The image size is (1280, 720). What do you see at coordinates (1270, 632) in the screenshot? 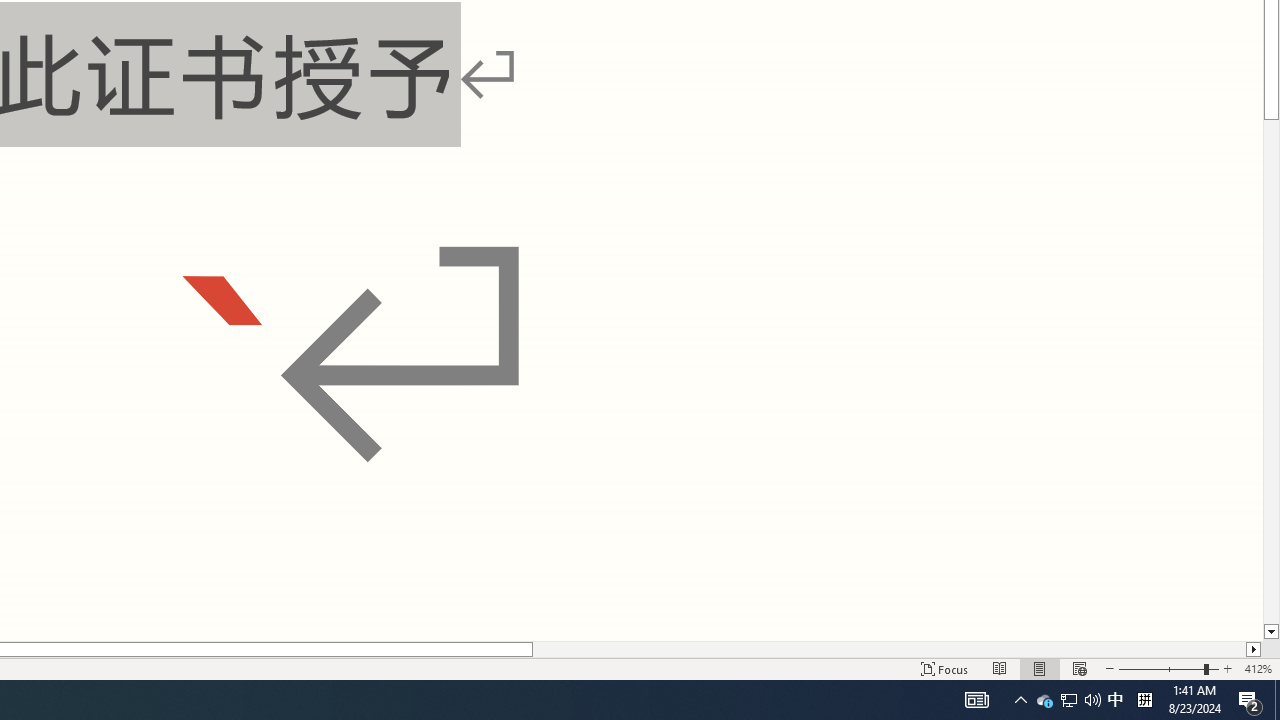
I see `'Line down'` at bounding box center [1270, 632].